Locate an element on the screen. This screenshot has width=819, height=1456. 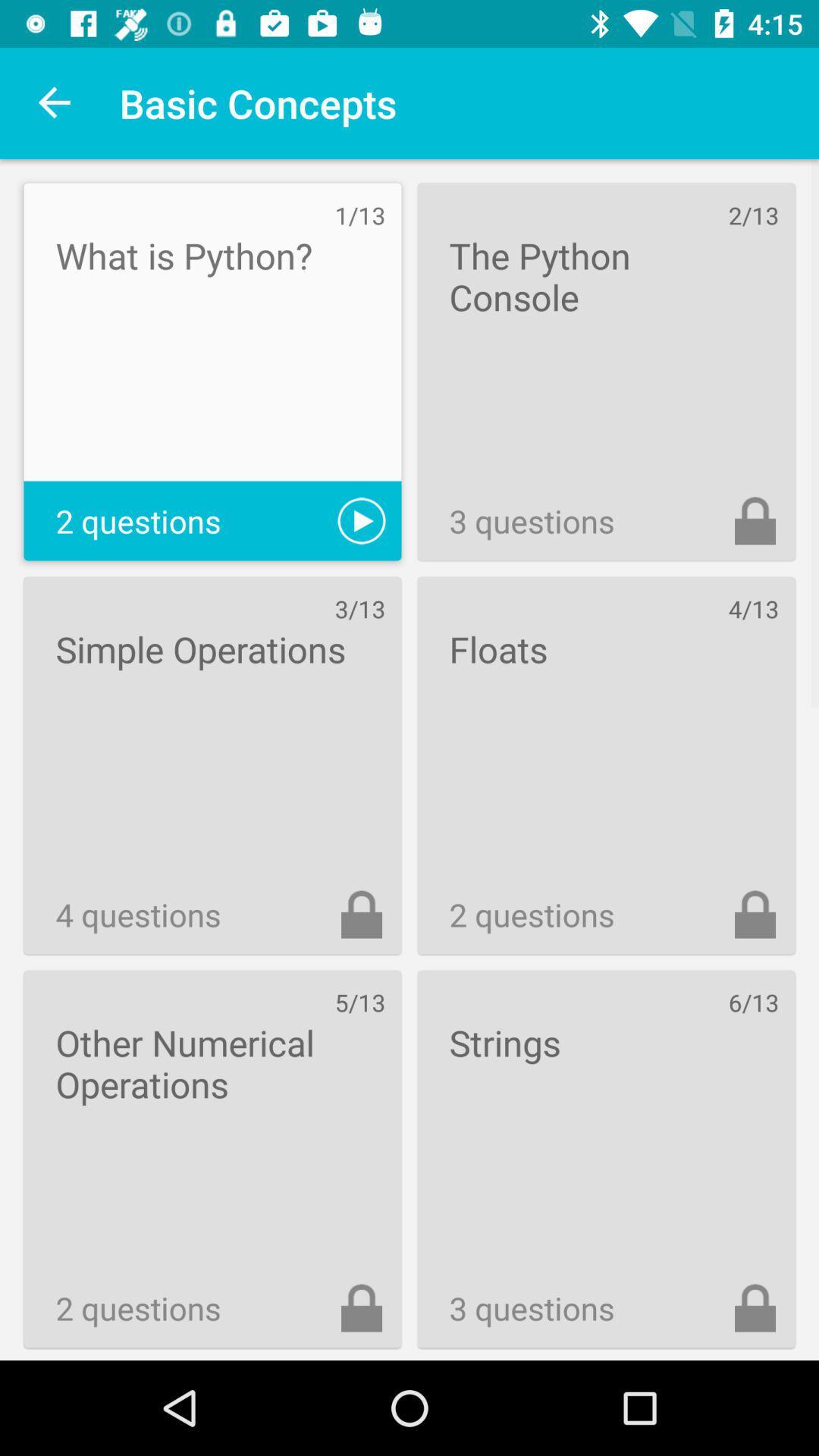
the item next to the basic concepts icon is located at coordinates (55, 102).